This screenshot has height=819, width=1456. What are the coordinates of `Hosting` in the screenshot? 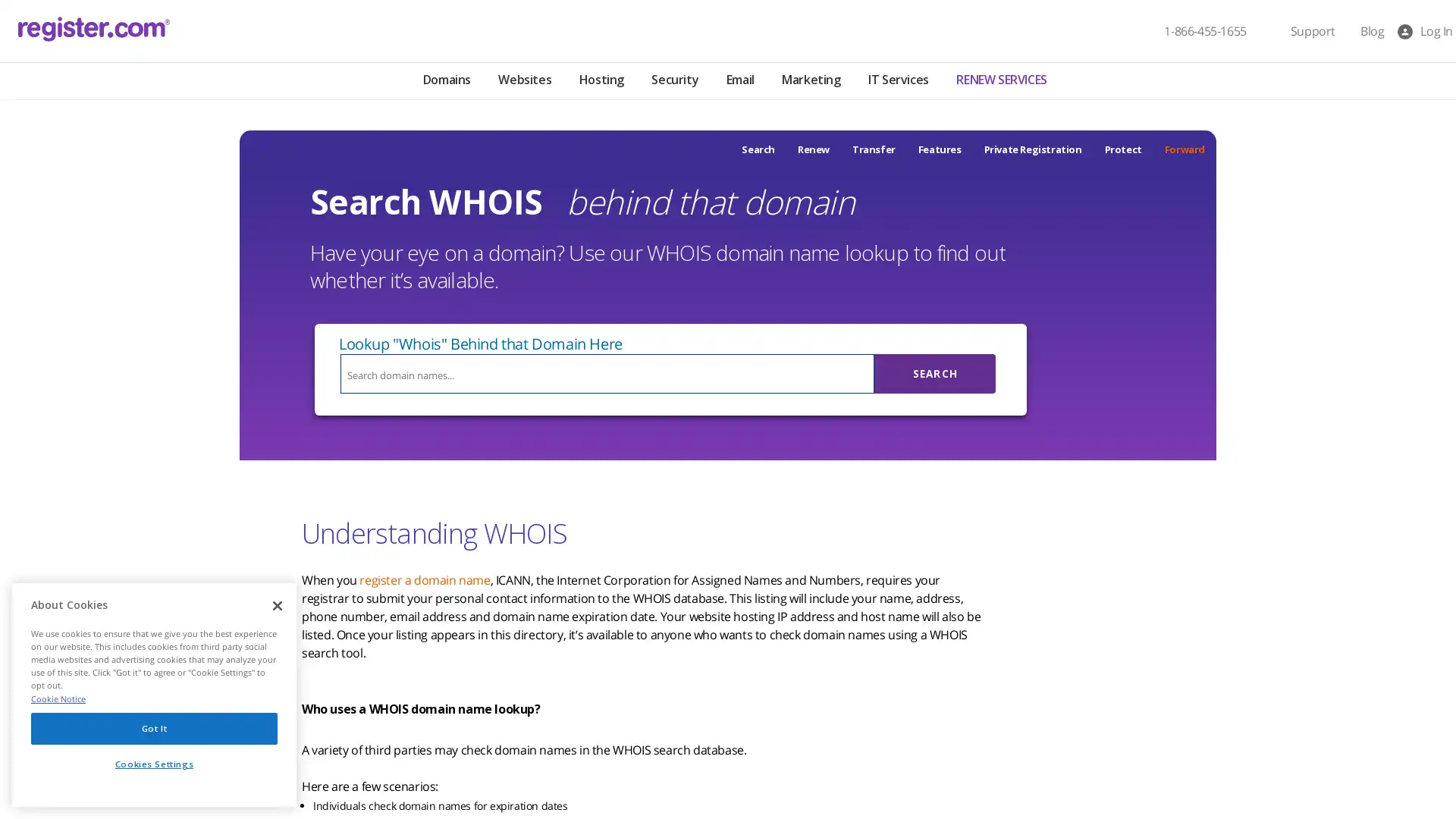 It's located at (600, 81).